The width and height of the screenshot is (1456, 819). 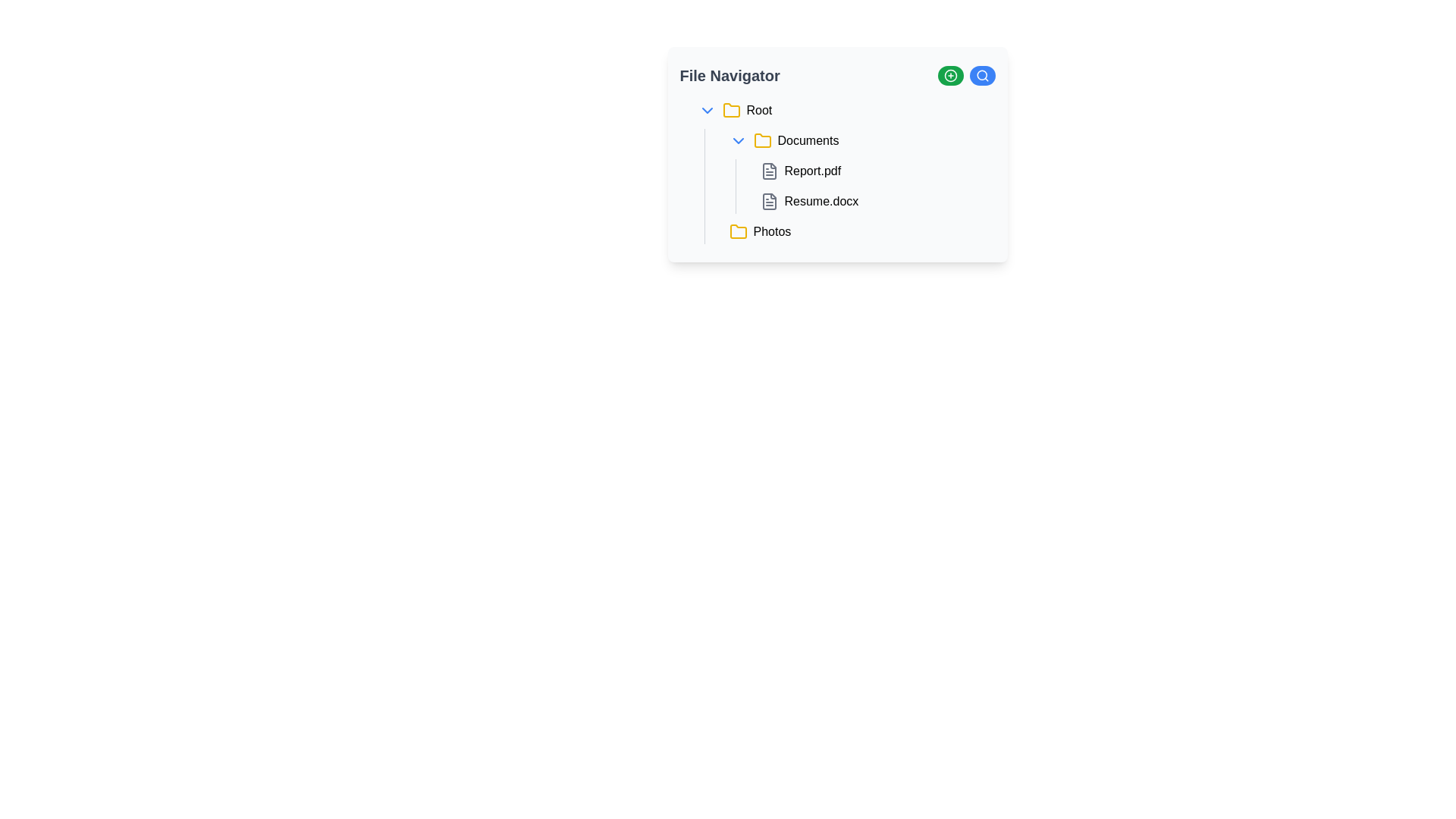 I want to click on the 'Documents' folder entry located, so click(x=858, y=140).